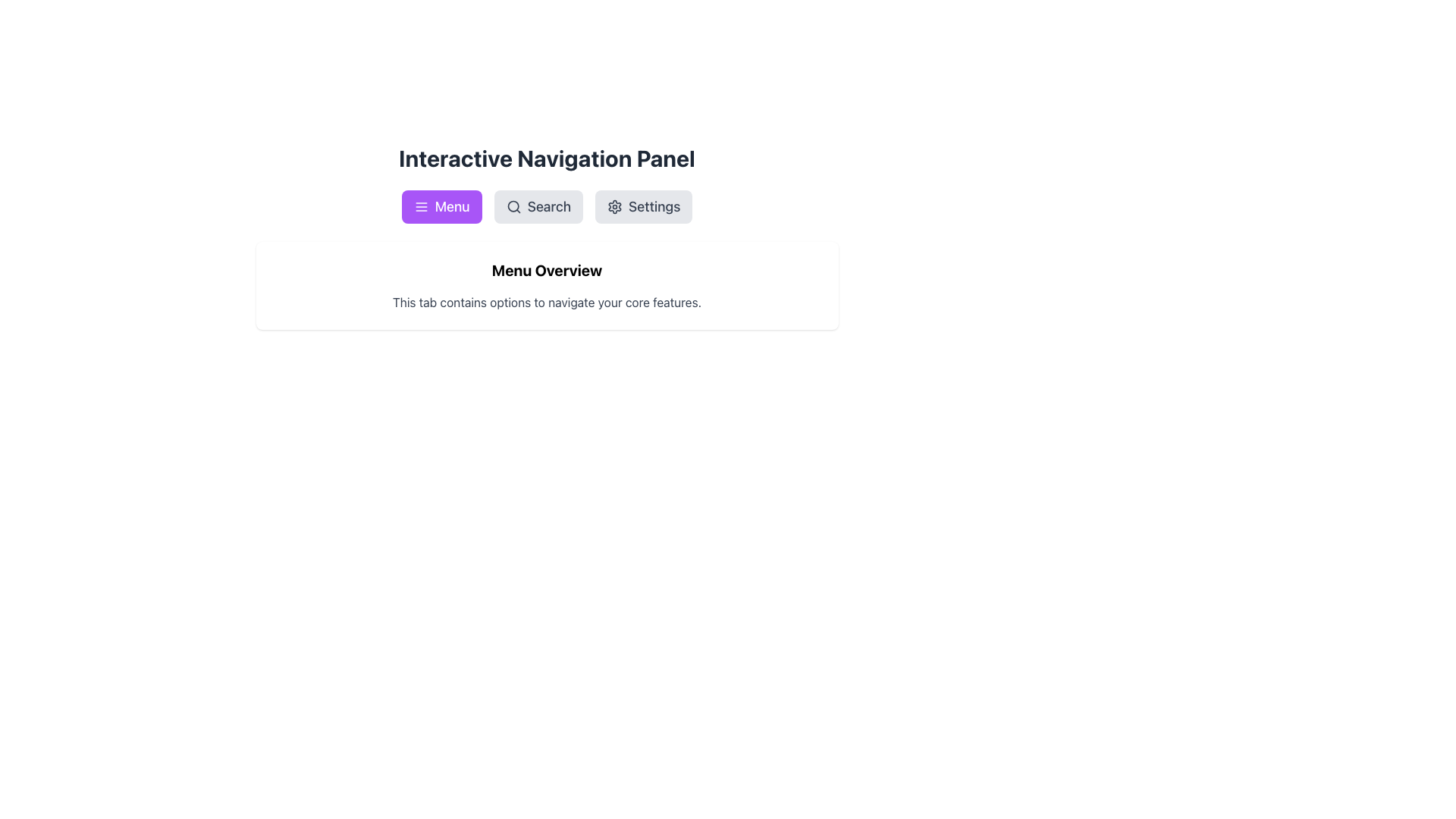  What do you see at coordinates (421, 207) in the screenshot?
I see `the menu icon, which consists of three horizontal lines styled with a thin stroke and rounded corners, located to the left of the 'Menu' label text` at bounding box center [421, 207].